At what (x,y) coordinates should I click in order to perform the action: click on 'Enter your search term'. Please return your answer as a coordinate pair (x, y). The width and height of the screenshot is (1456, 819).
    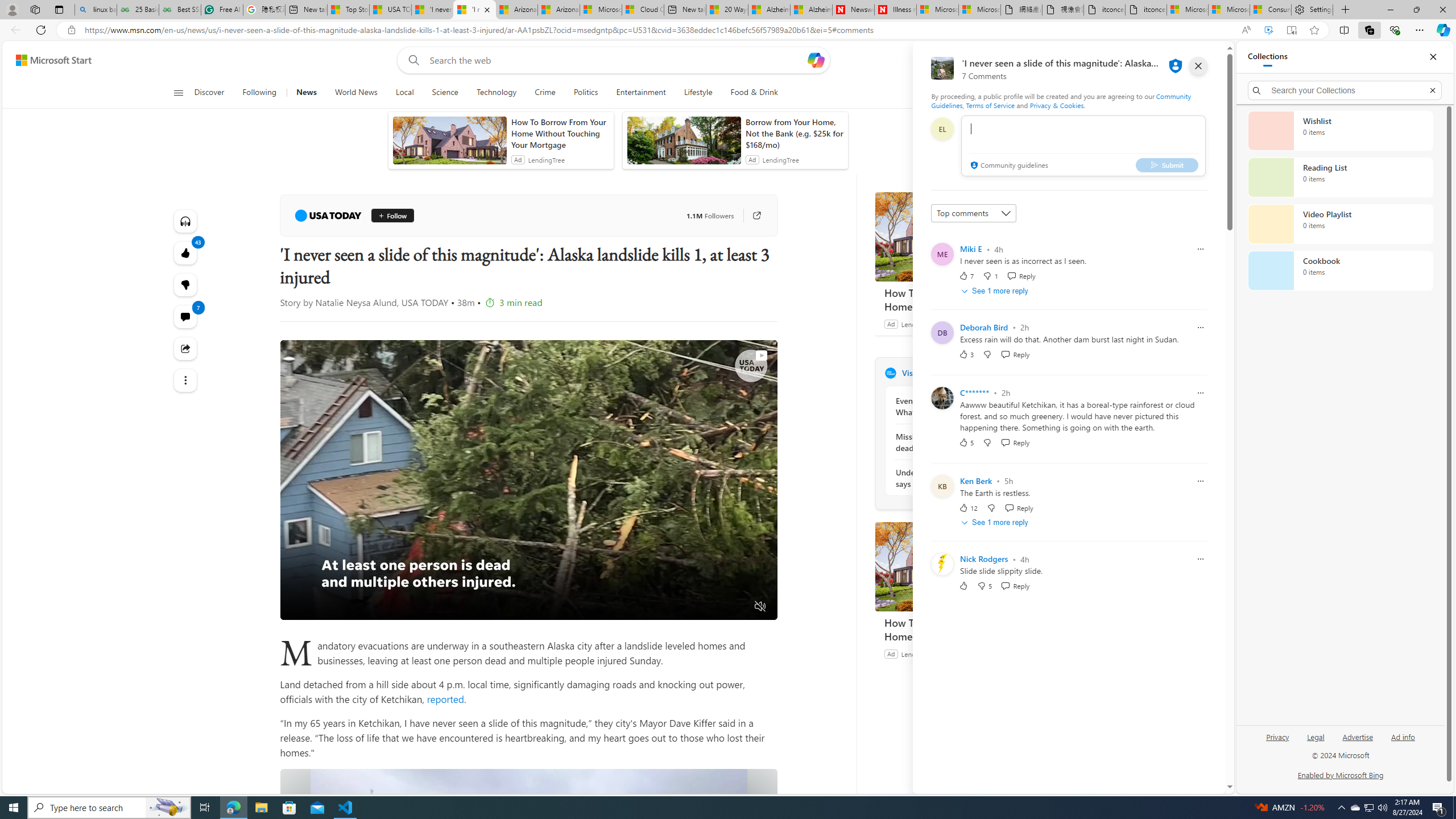
    Looking at the image, I should click on (617, 59).